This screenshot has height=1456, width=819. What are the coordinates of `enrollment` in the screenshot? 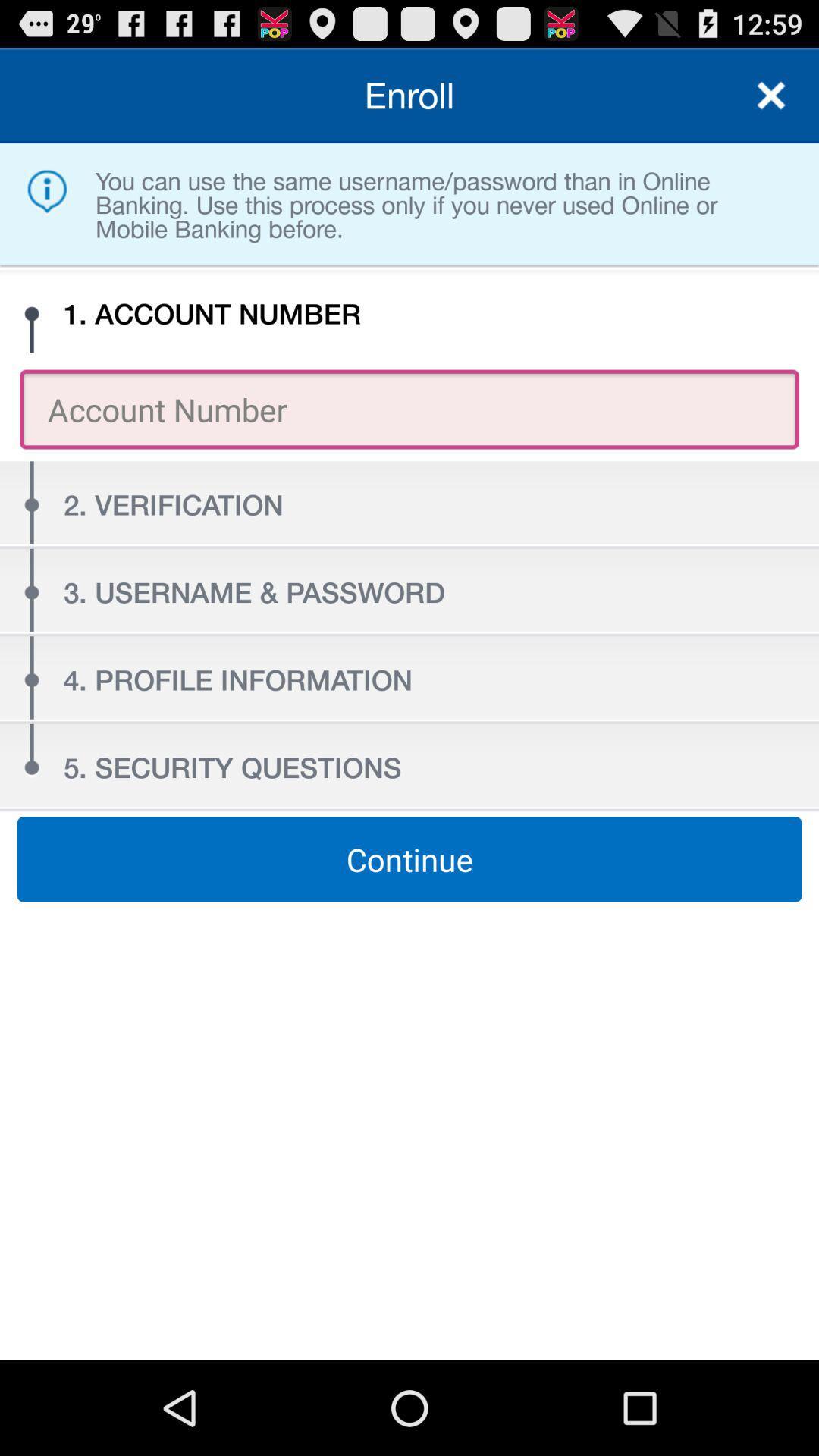 It's located at (771, 94).